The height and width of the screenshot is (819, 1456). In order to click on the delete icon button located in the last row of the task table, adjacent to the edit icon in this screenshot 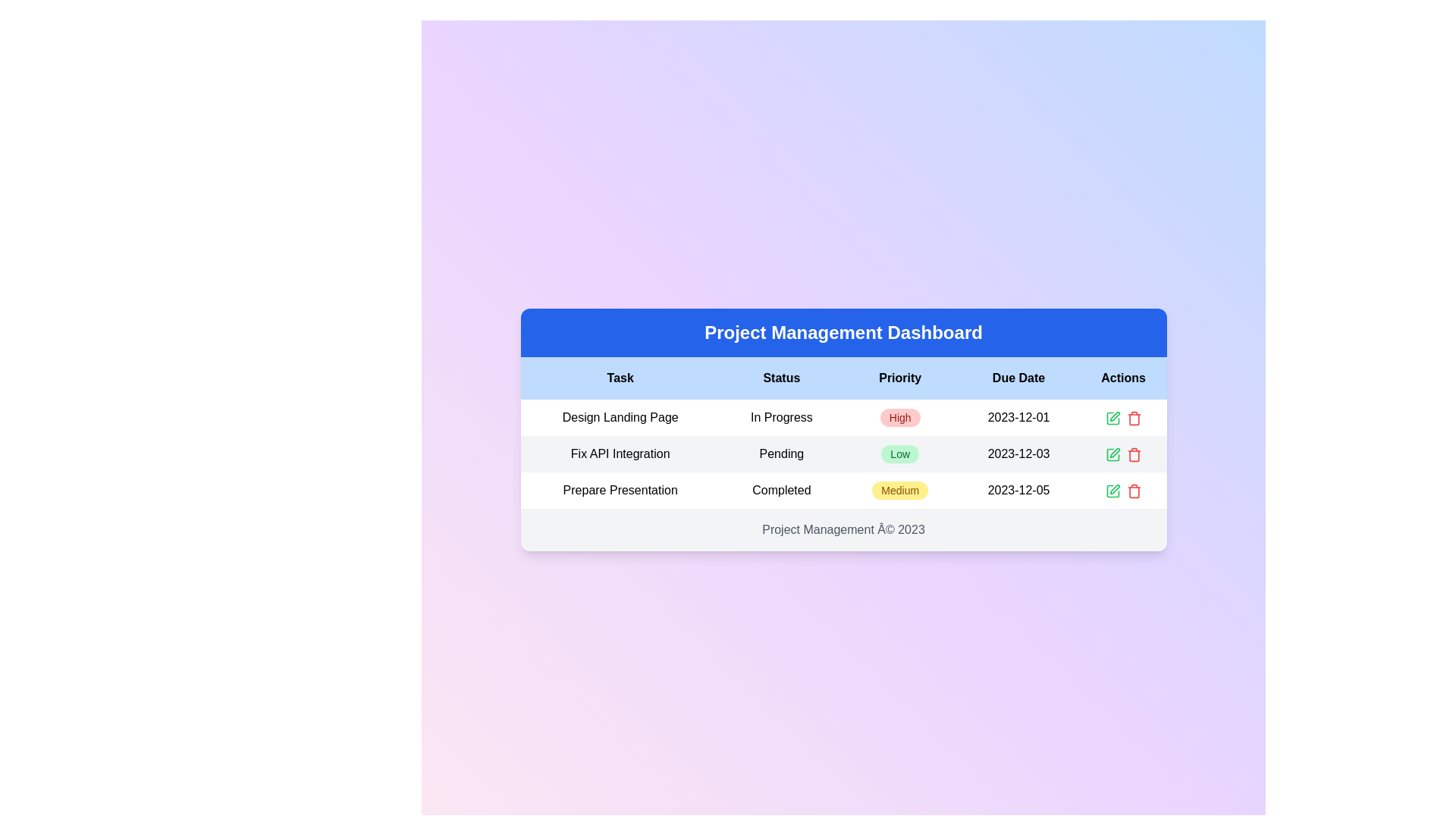, I will do `click(1134, 491)`.